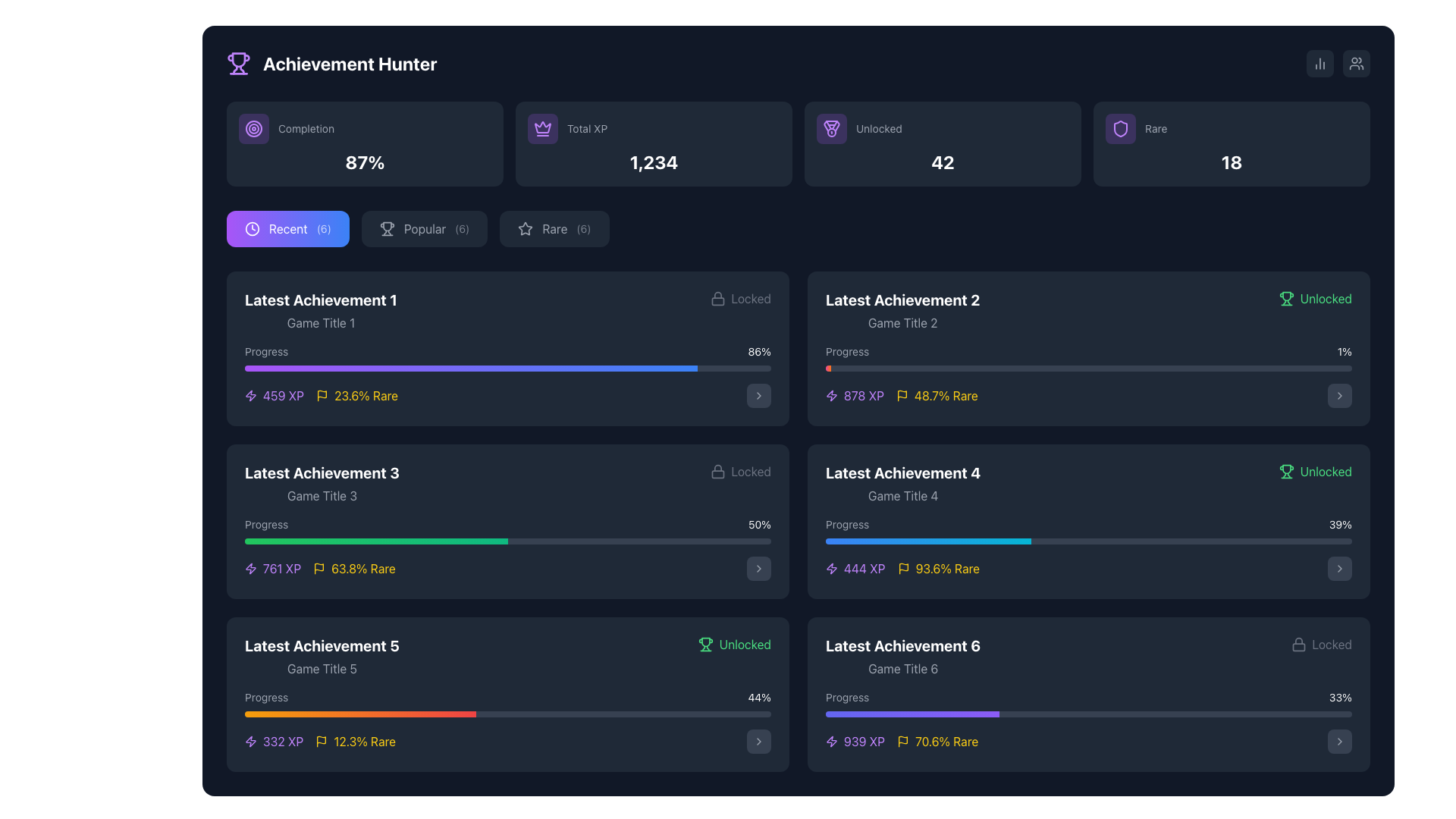 This screenshot has width=1456, height=819. What do you see at coordinates (759, 741) in the screenshot?
I see `the button containing the right-facing chevron icon` at bounding box center [759, 741].